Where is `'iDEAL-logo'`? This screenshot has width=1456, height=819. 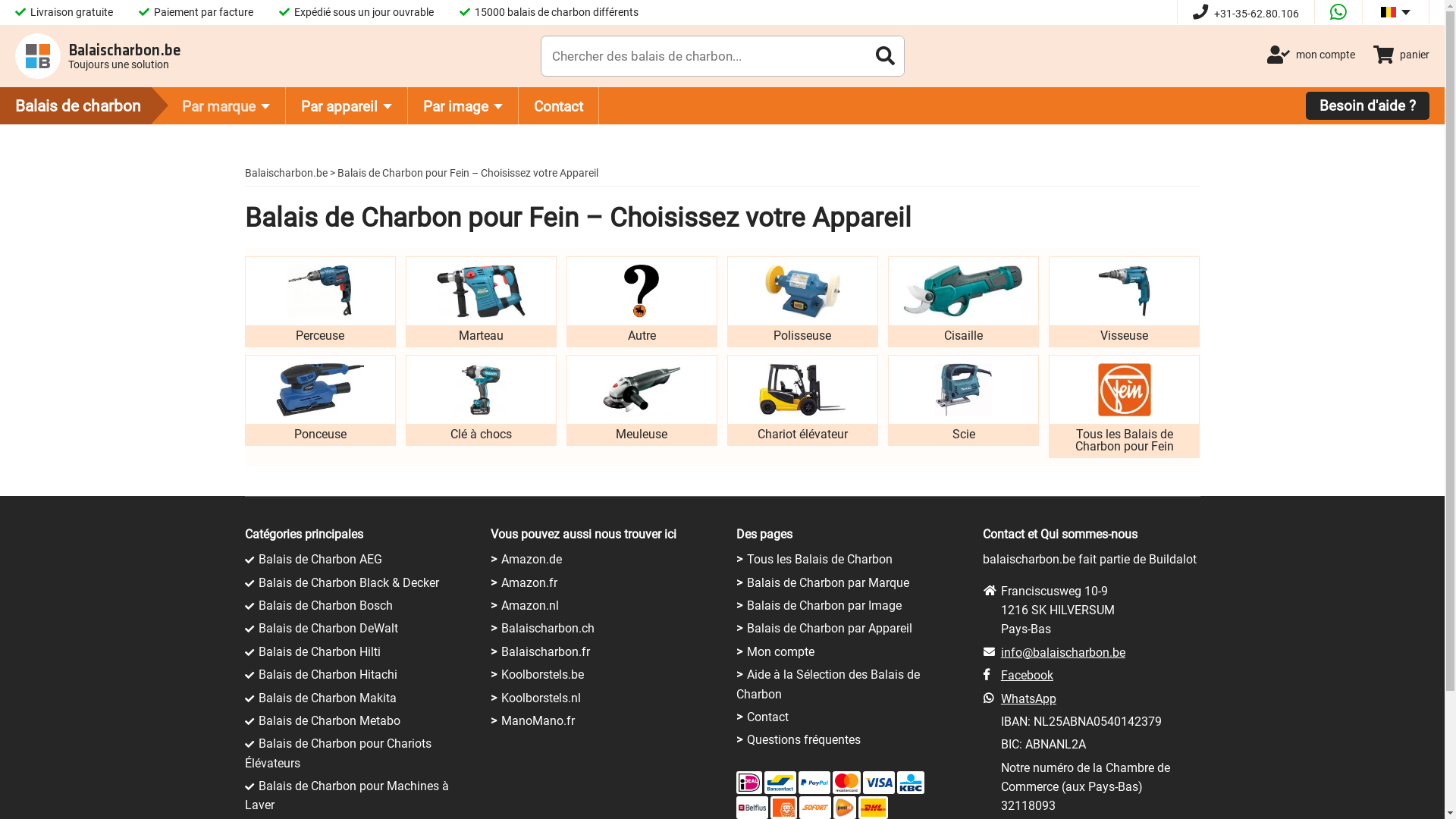 'iDEAL-logo' is located at coordinates (749, 783).